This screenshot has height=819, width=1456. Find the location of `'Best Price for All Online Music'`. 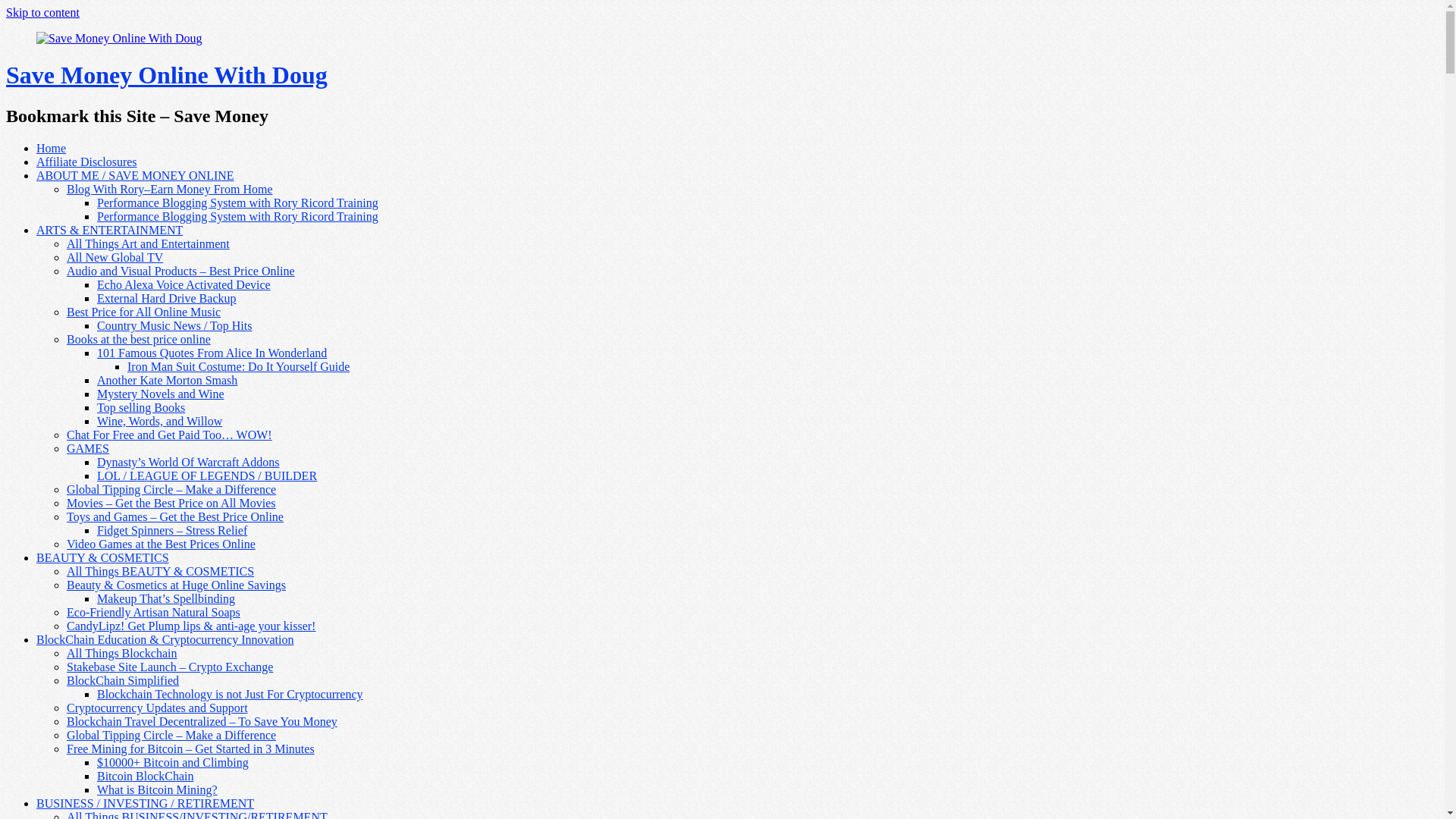

'Best Price for All Online Music' is located at coordinates (65, 311).